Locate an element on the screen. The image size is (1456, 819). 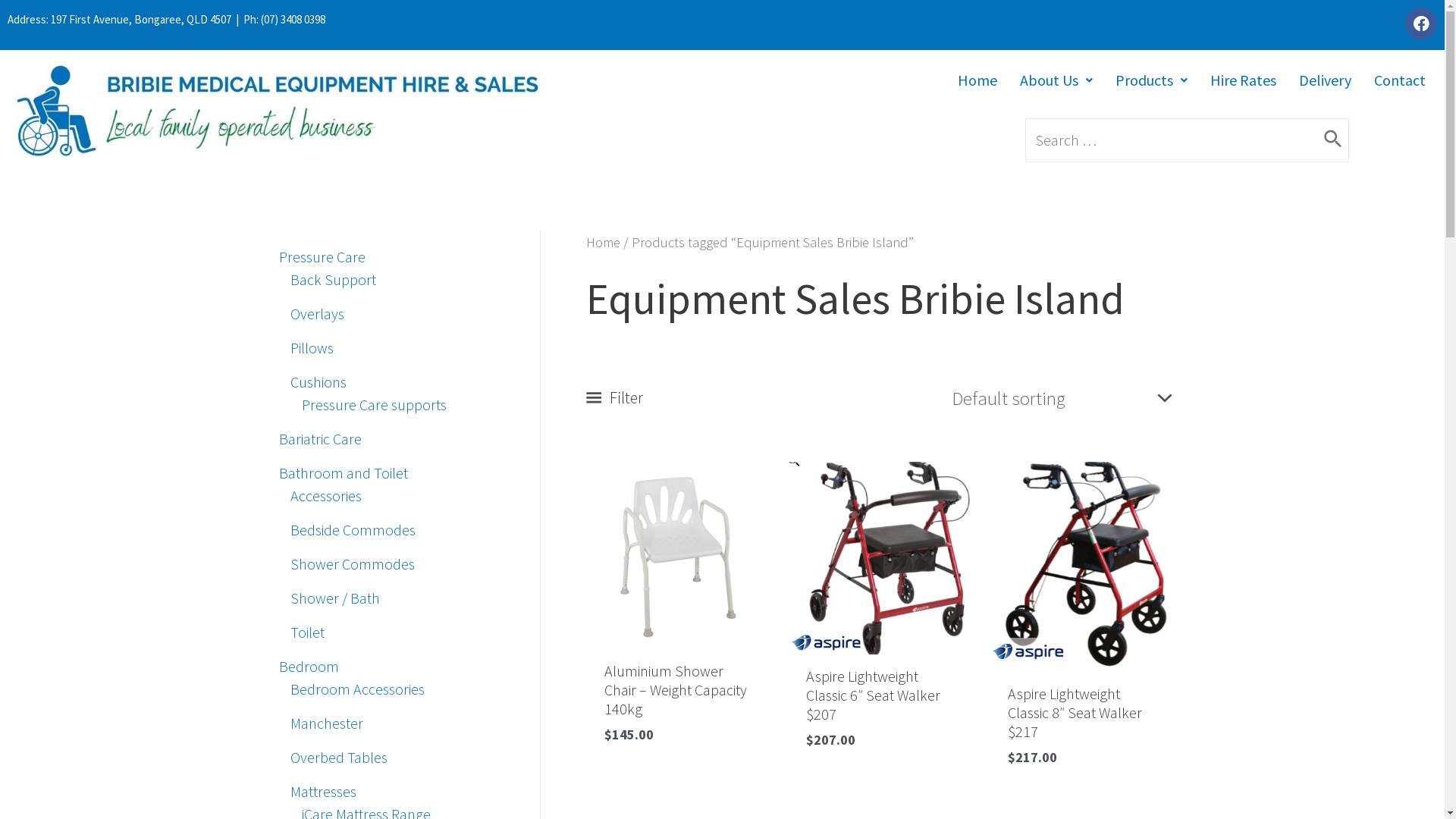
'Shower / Bath' is located at coordinates (290, 597).